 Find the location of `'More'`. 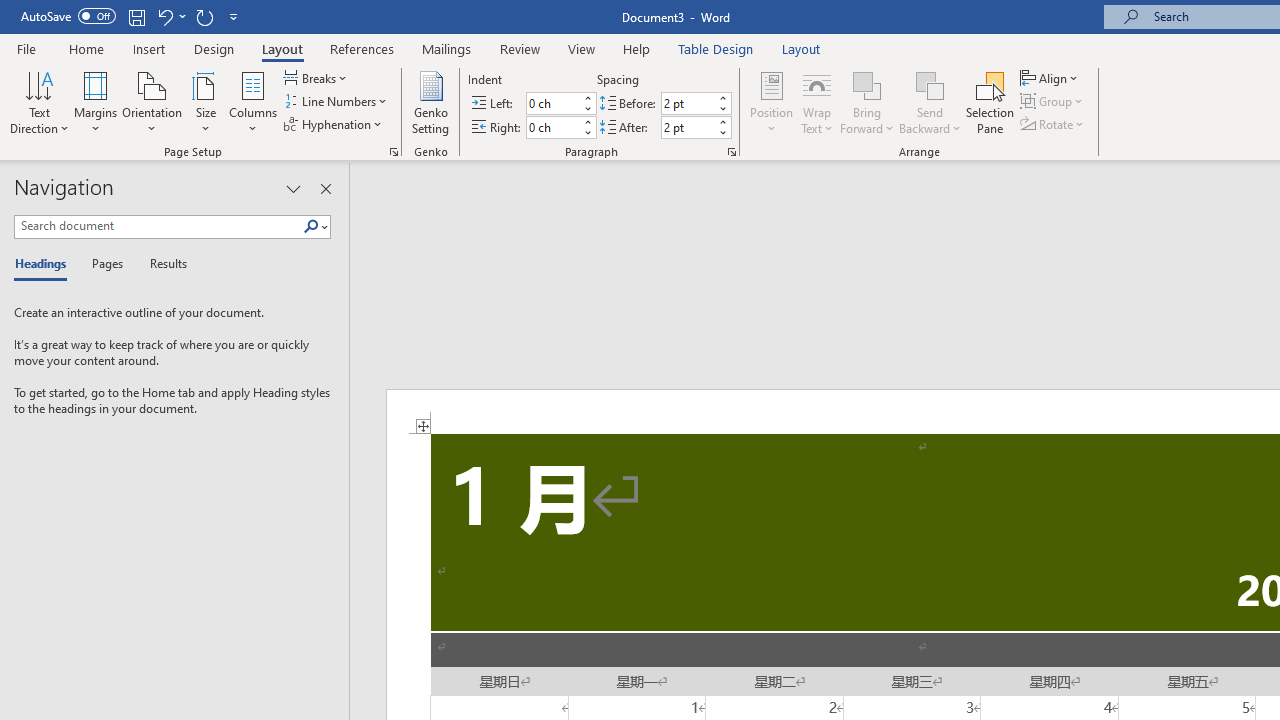

'More' is located at coordinates (721, 121).